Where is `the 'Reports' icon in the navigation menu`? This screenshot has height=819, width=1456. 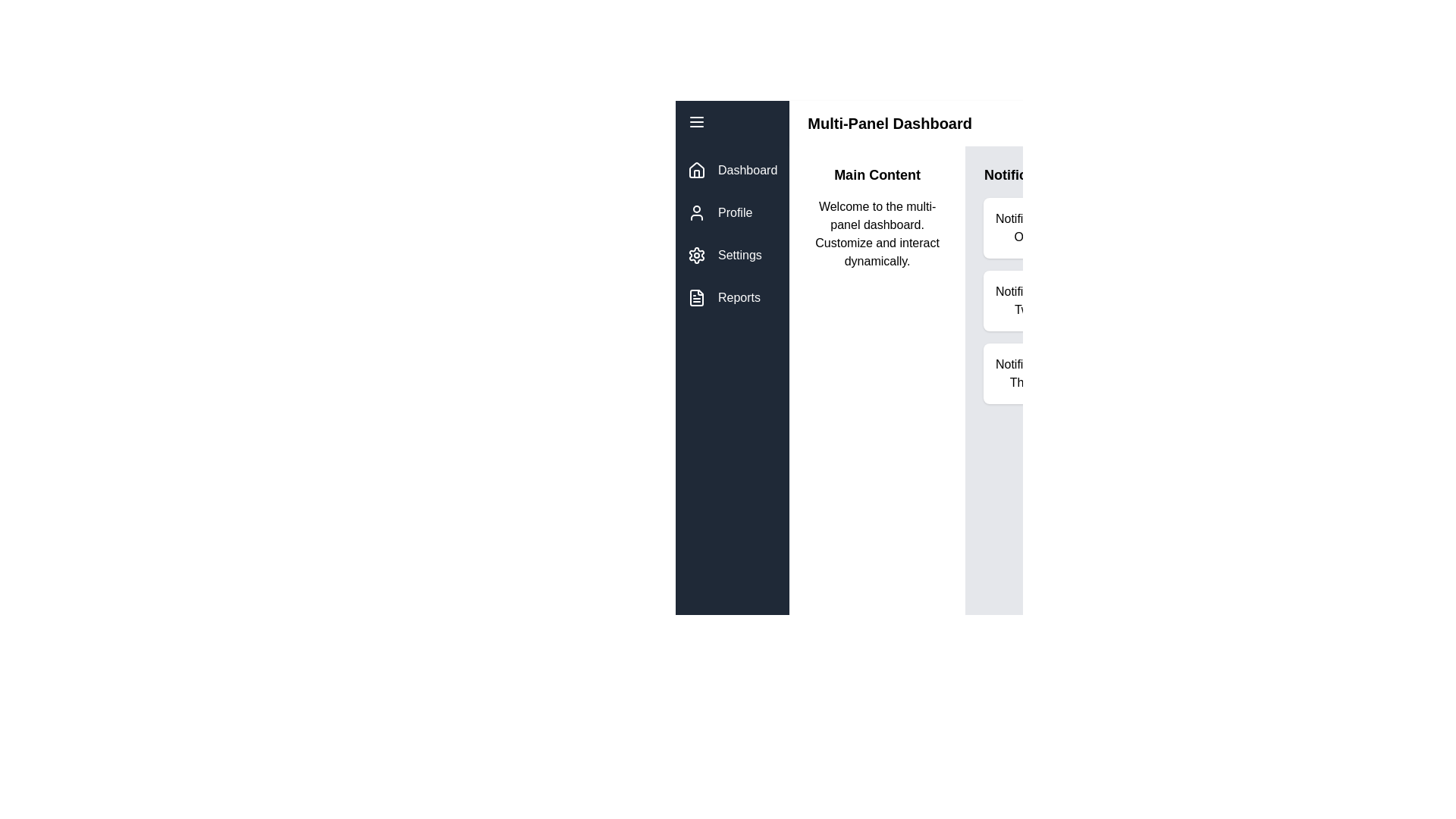 the 'Reports' icon in the navigation menu is located at coordinates (695, 298).